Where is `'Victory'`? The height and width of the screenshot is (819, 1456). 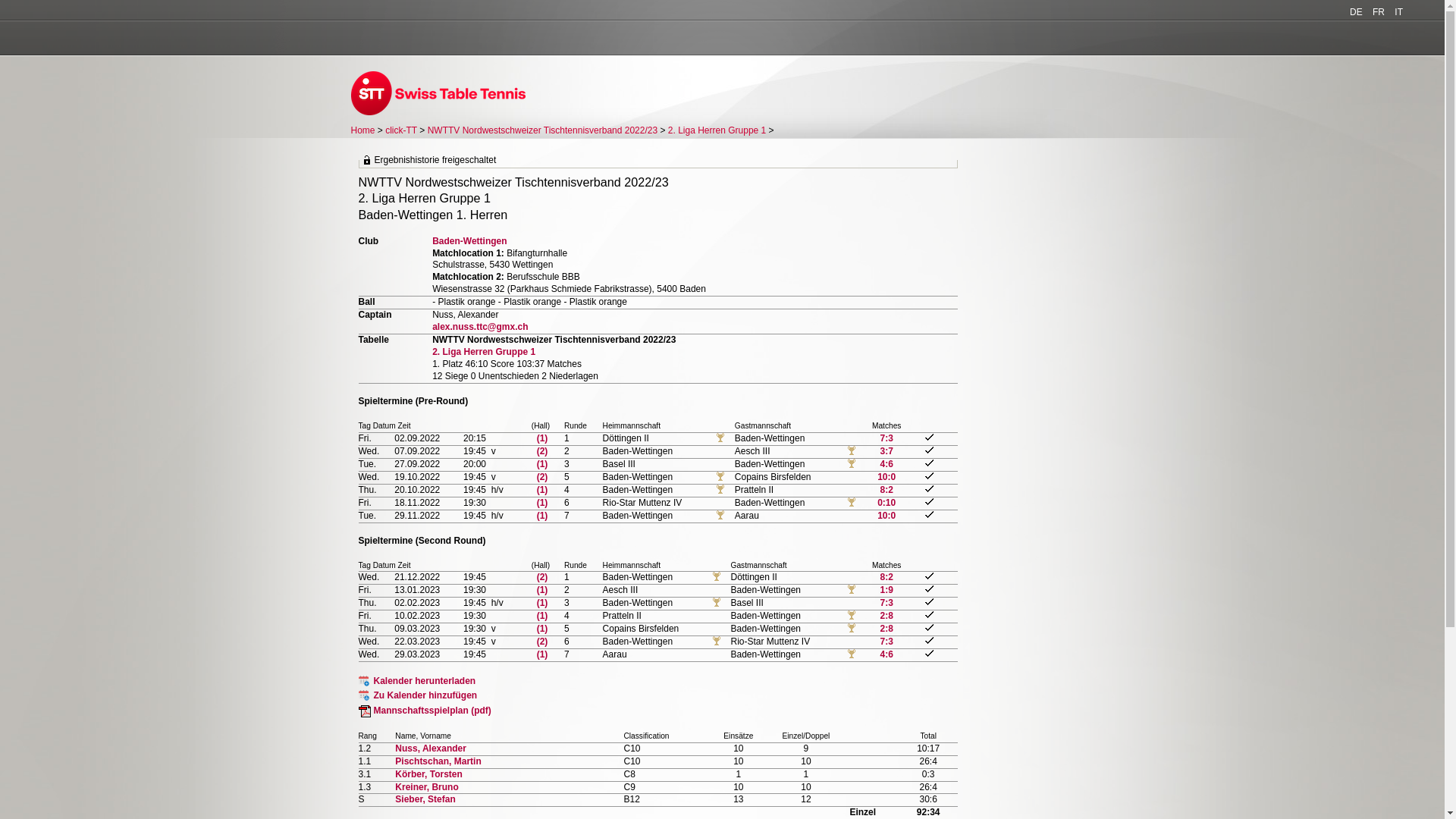 'Victory' is located at coordinates (852, 463).